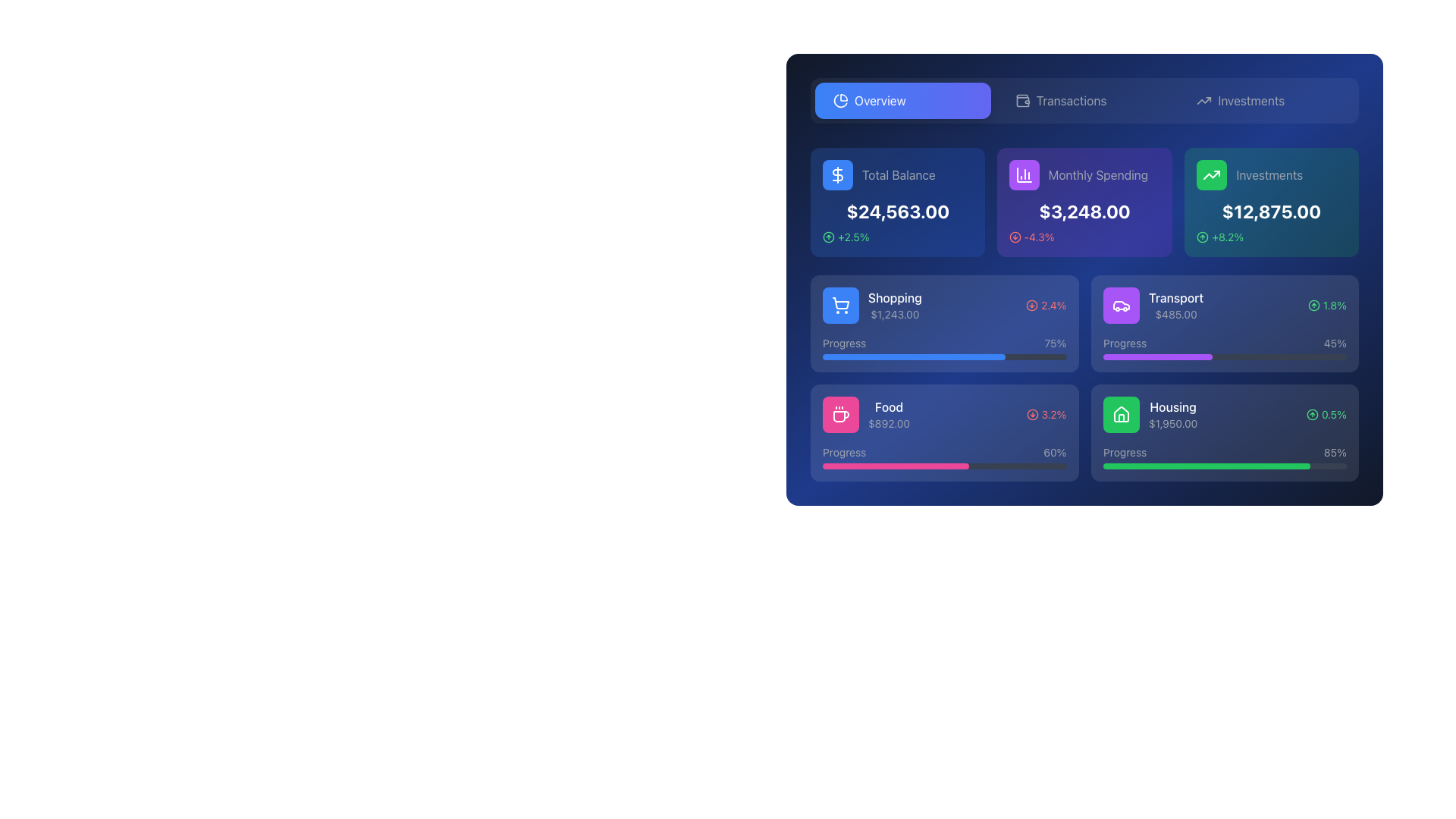 The width and height of the screenshot is (1456, 819). What do you see at coordinates (1172, 406) in the screenshot?
I see `the 'Housing' category text label` at bounding box center [1172, 406].